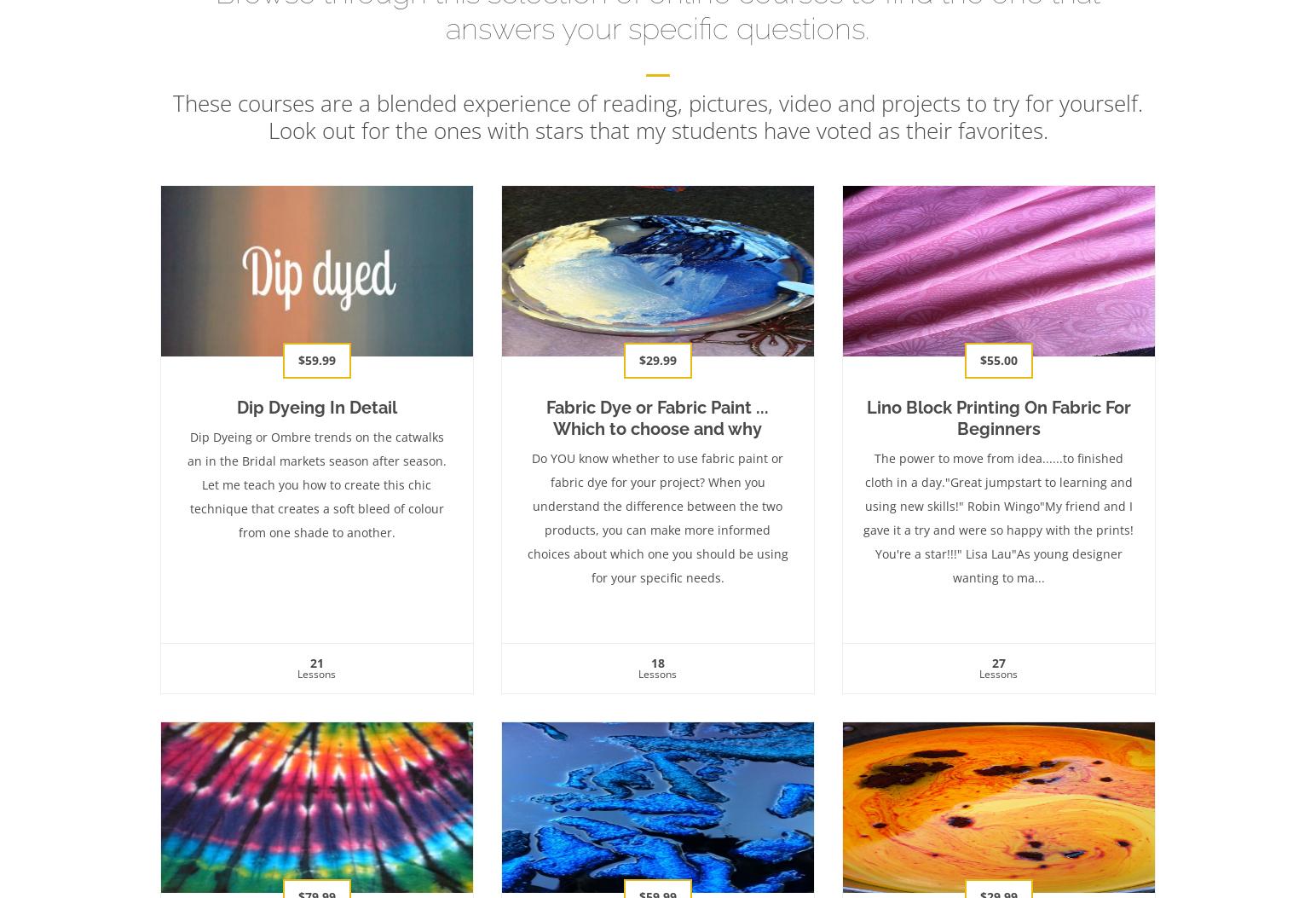 The height and width of the screenshot is (898, 1316). What do you see at coordinates (657, 517) in the screenshot?
I see `'Do YOU know whether to use fabric paint or fabric dye for your project? When you understand the difference between the two products, you can make more informed choices about which one you should be using for your specific needs.'` at bounding box center [657, 517].